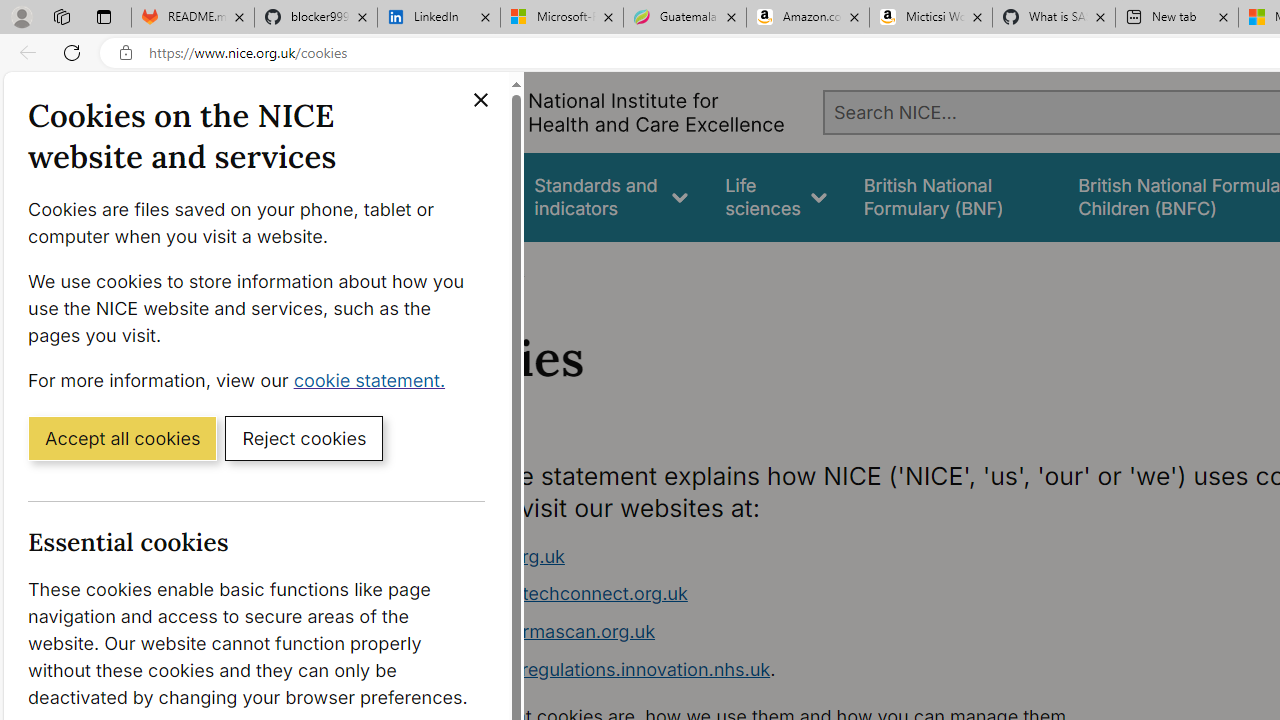  I want to click on 'Reject cookies', so click(303, 436).